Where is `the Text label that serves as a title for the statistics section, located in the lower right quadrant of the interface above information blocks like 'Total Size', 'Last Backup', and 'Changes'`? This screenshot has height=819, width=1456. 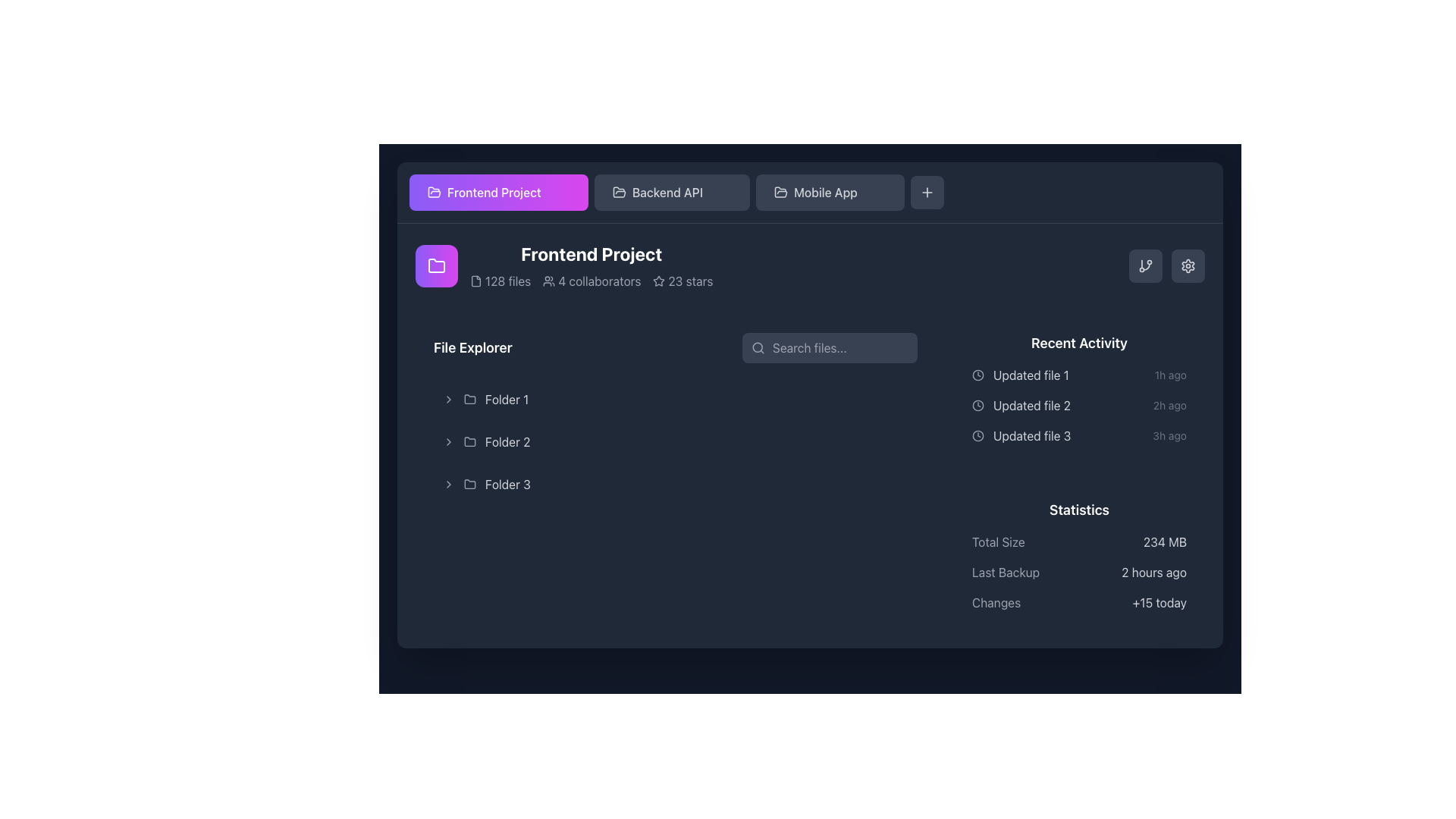
the Text label that serves as a title for the statistics section, located in the lower right quadrant of the interface above information blocks like 'Total Size', 'Last Backup', and 'Changes' is located at coordinates (1078, 510).